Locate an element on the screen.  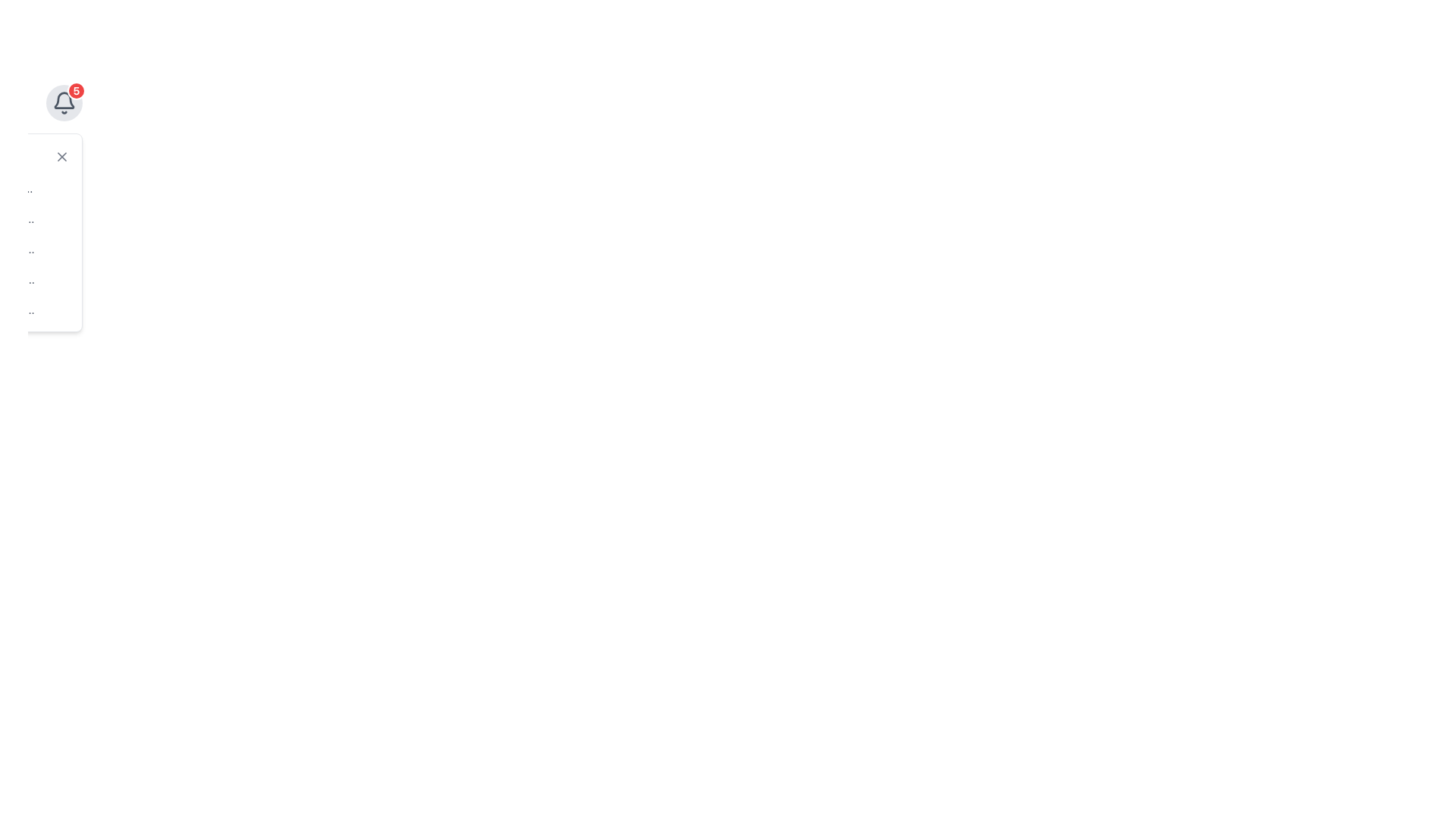
the close icon button located in the top-left corner of the dropdown or modal is located at coordinates (61, 157).